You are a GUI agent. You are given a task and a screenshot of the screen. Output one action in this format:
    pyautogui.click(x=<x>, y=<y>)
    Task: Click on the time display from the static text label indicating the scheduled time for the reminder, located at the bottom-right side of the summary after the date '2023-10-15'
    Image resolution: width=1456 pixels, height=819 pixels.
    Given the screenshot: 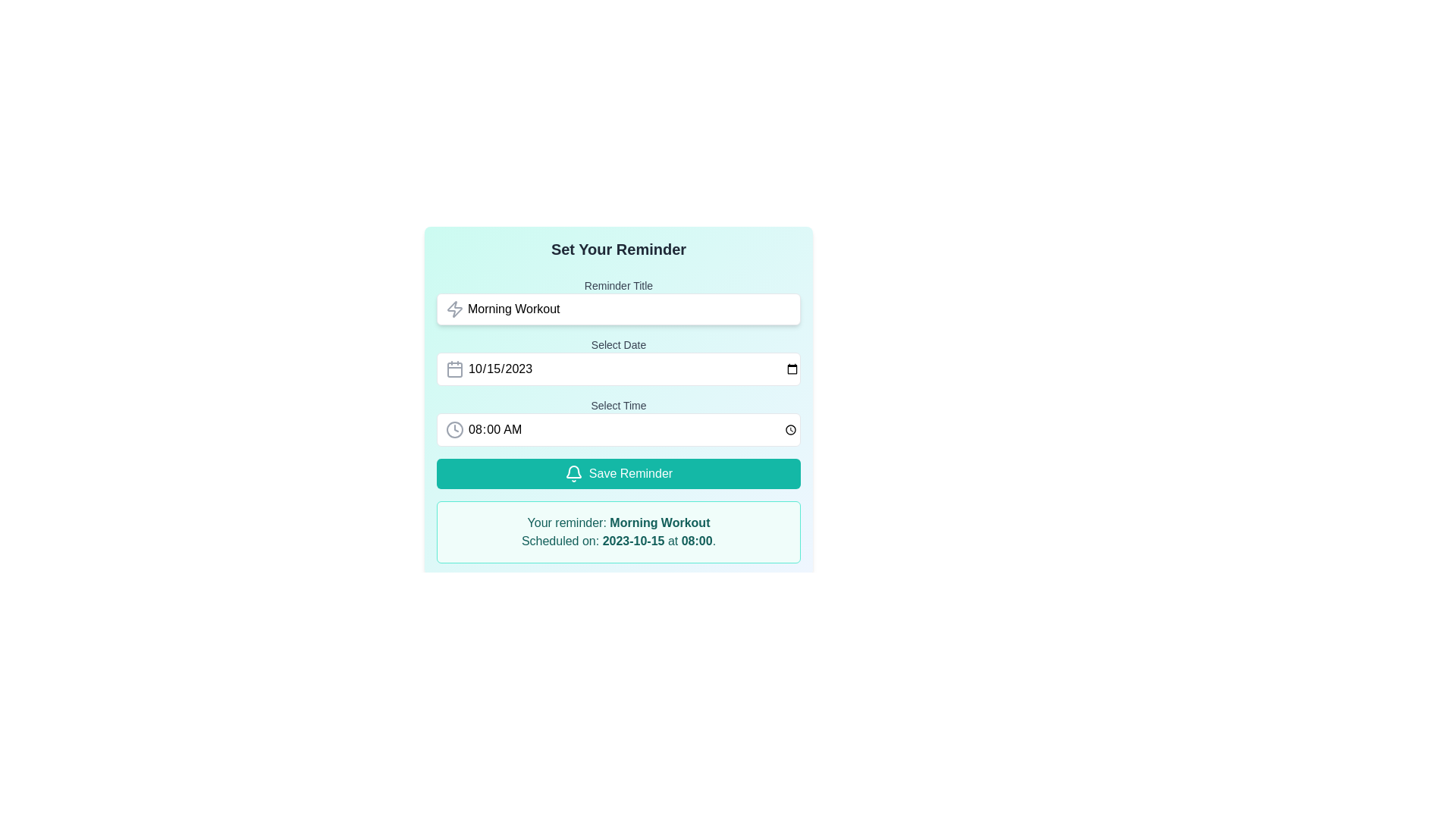 What is the action you would take?
    pyautogui.click(x=696, y=540)
    